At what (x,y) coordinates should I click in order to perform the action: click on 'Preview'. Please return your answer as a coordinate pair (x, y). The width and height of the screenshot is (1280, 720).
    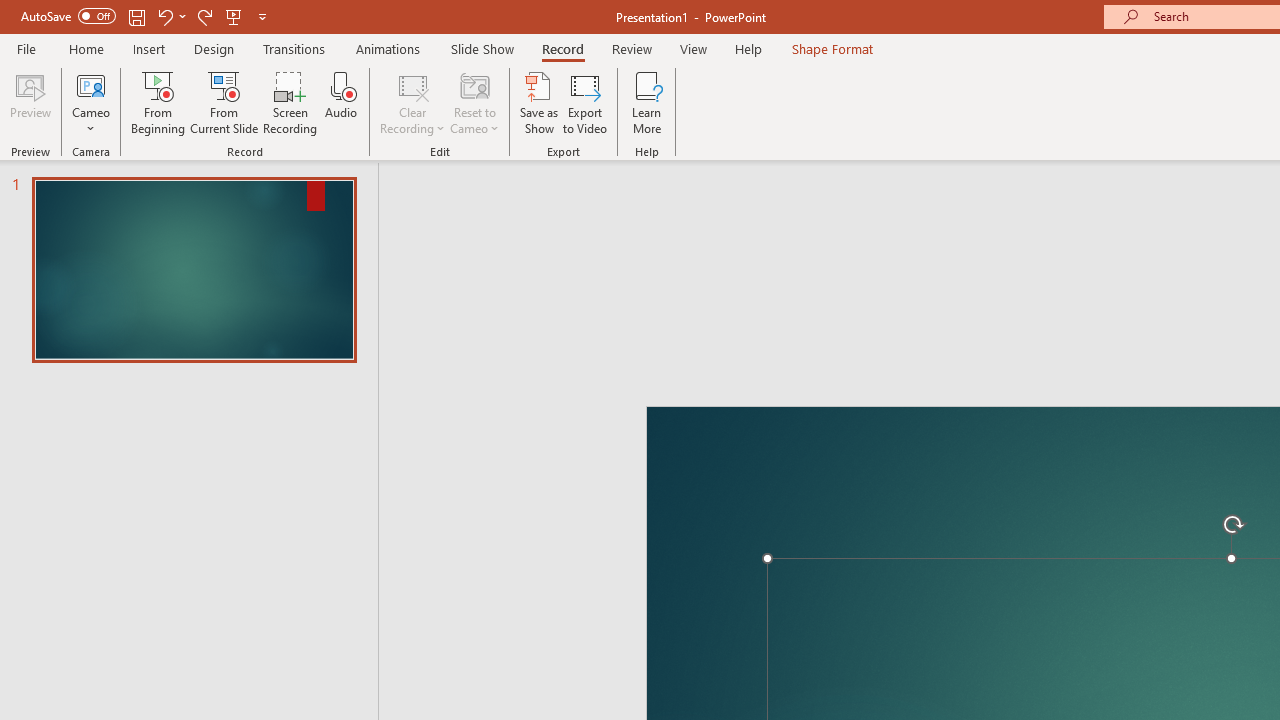
    Looking at the image, I should click on (30, 103).